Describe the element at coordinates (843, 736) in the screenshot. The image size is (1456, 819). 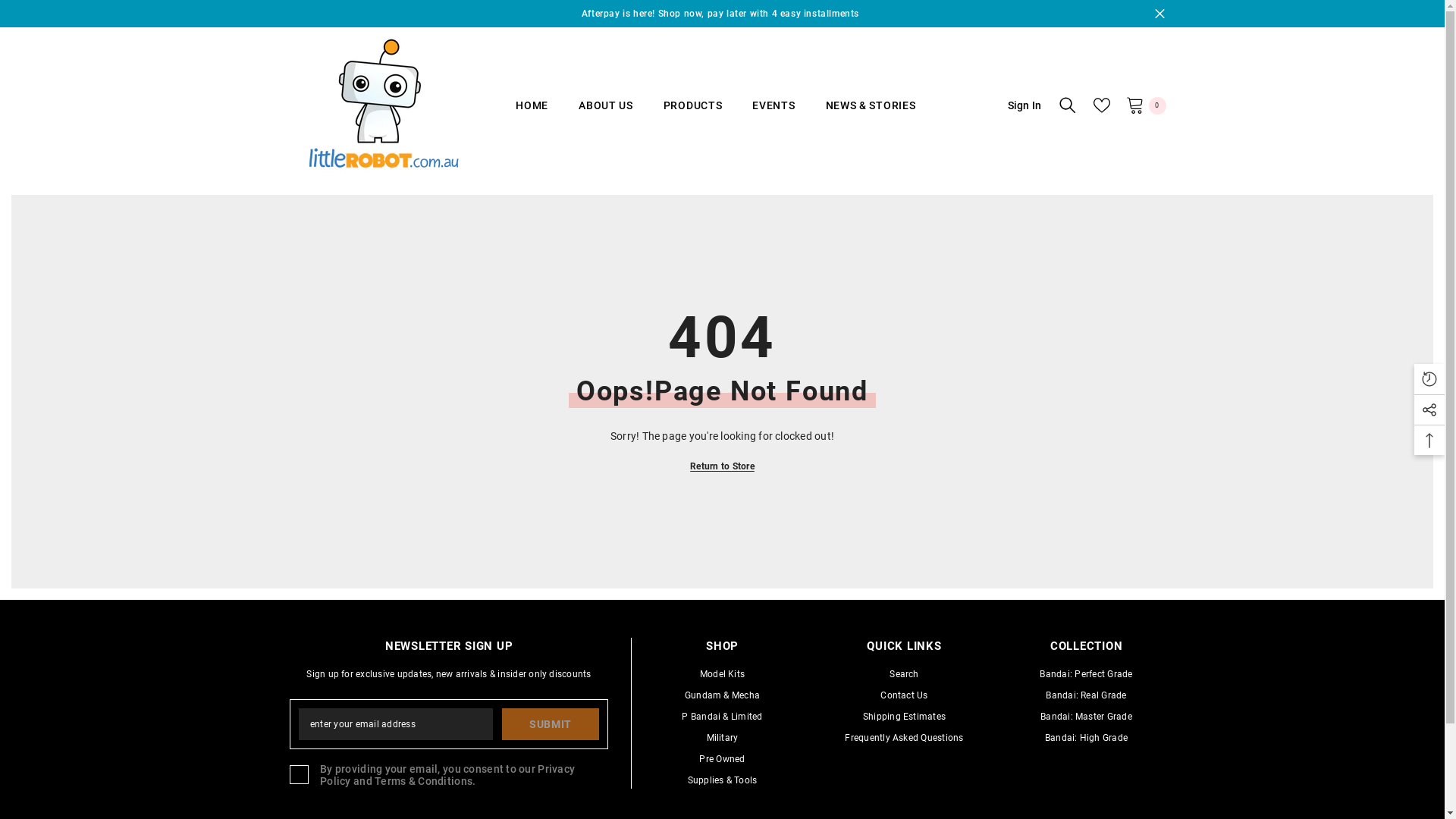
I see `'Frequently Asked Questions'` at that location.